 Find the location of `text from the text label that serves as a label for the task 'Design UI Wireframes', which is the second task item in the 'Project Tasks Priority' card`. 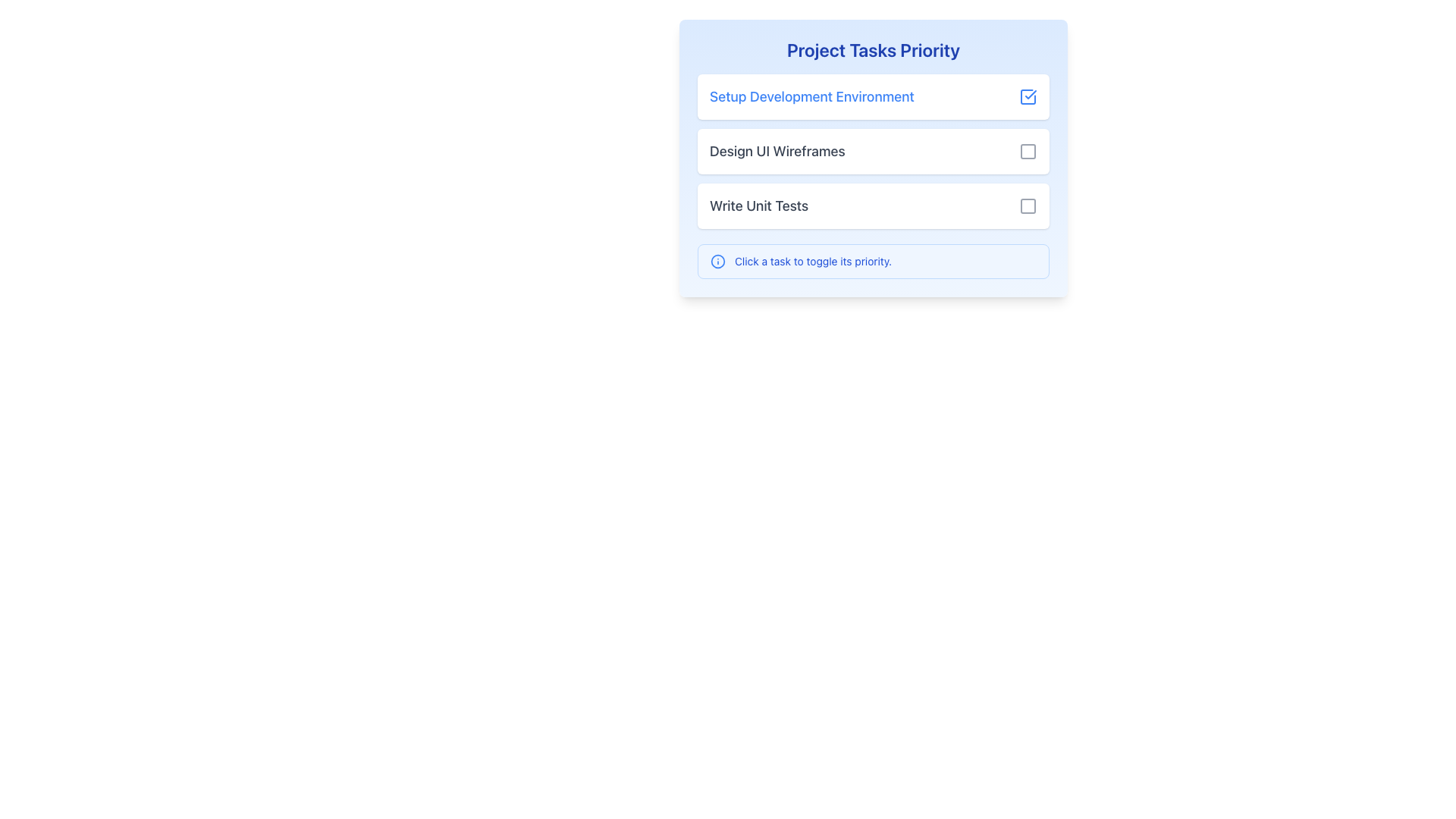

text from the text label that serves as a label for the task 'Design UI Wireframes', which is the second task item in the 'Project Tasks Priority' card is located at coordinates (777, 152).